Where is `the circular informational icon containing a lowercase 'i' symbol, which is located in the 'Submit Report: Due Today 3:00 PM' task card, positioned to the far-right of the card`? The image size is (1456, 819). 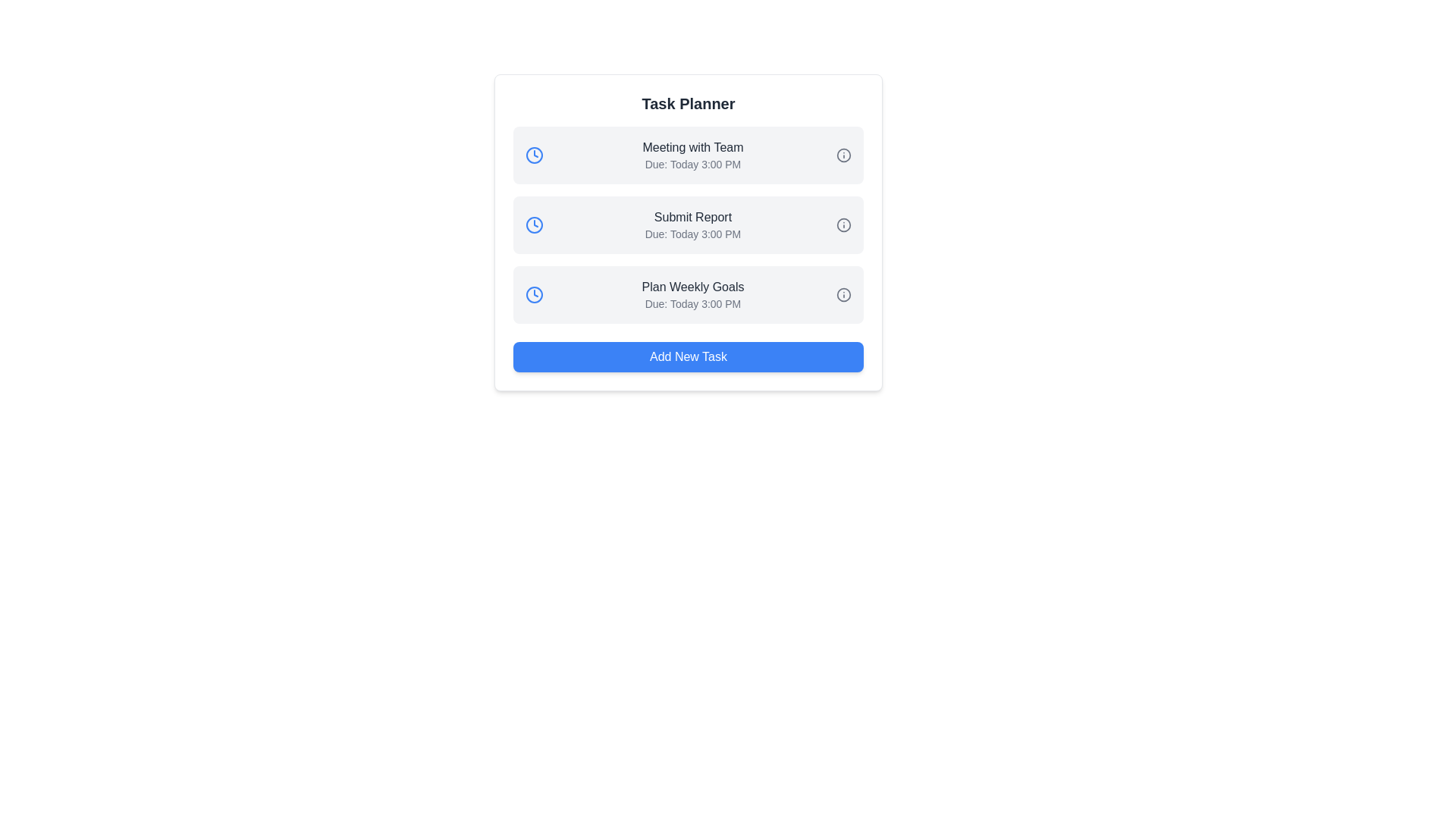 the circular informational icon containing a lowercase 'i' symbol, which is located in the 'Submit Report: Due Today 3:00 PM' task card, positioned to the far-right of the card is located at coordinates (839, 225).